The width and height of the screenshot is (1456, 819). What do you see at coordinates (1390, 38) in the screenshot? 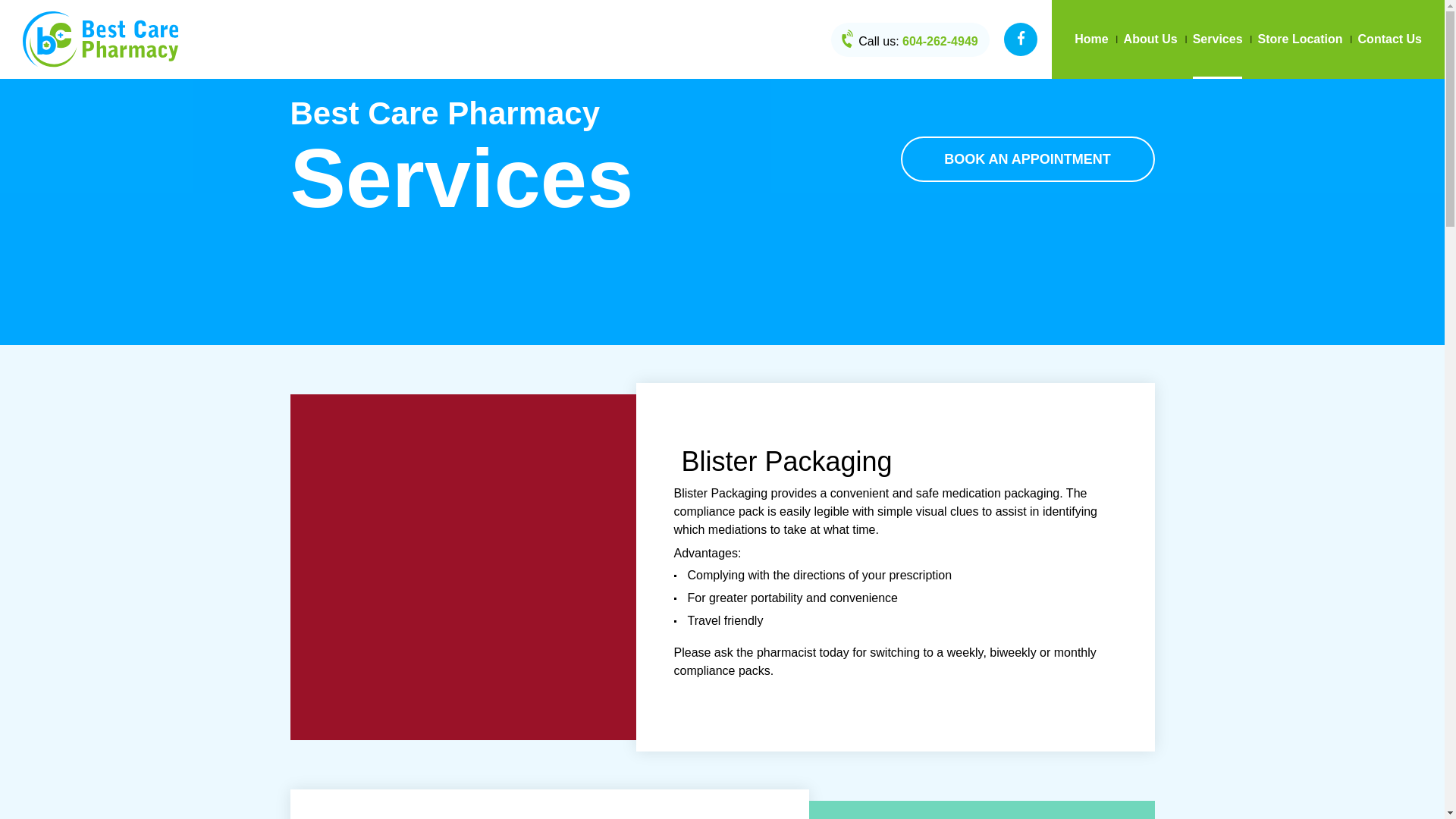
I see `'Contact Us'` at bounding box center [1390, 38].